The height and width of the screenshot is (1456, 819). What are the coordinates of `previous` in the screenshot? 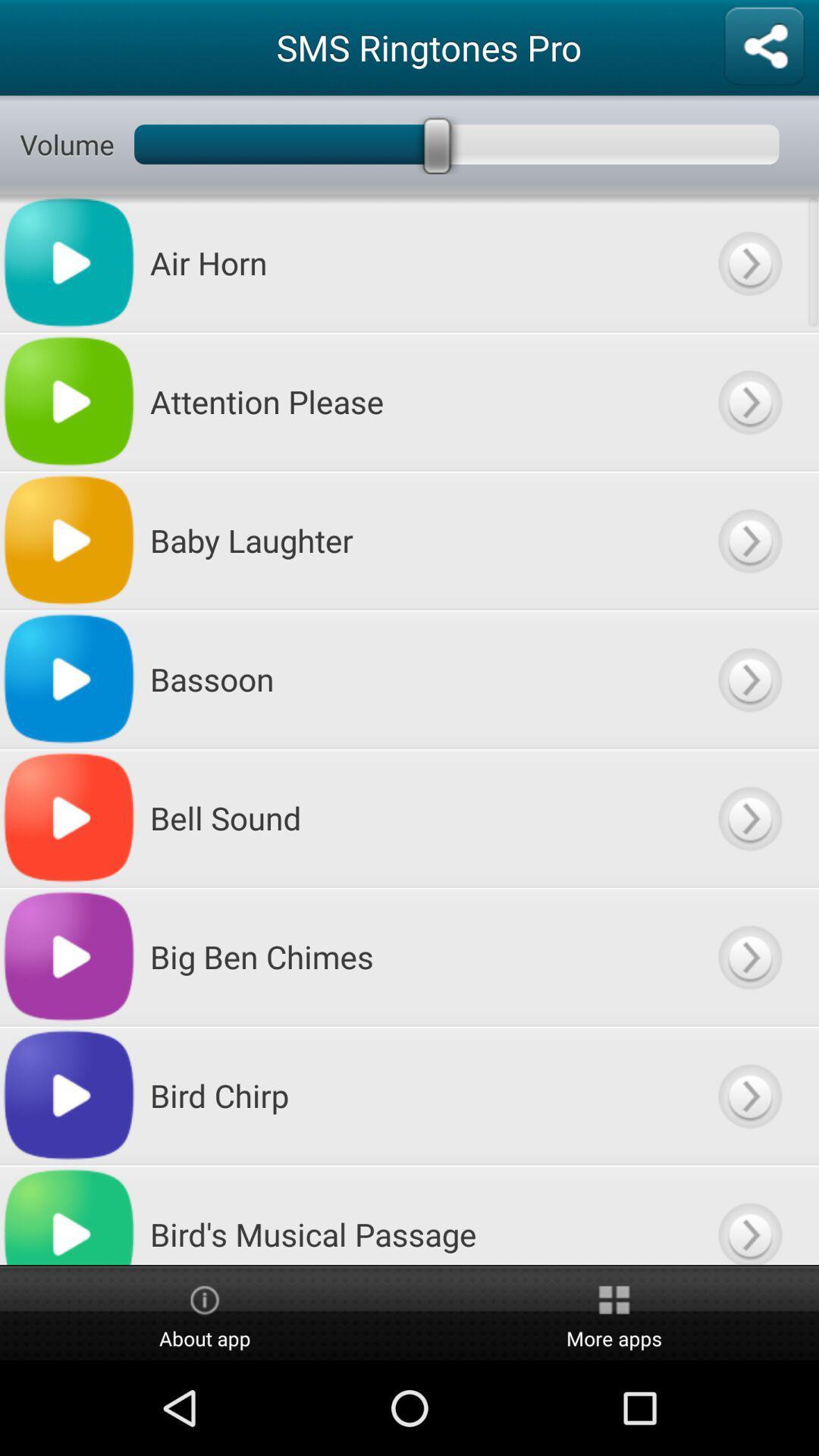 It's located at (748, 678).